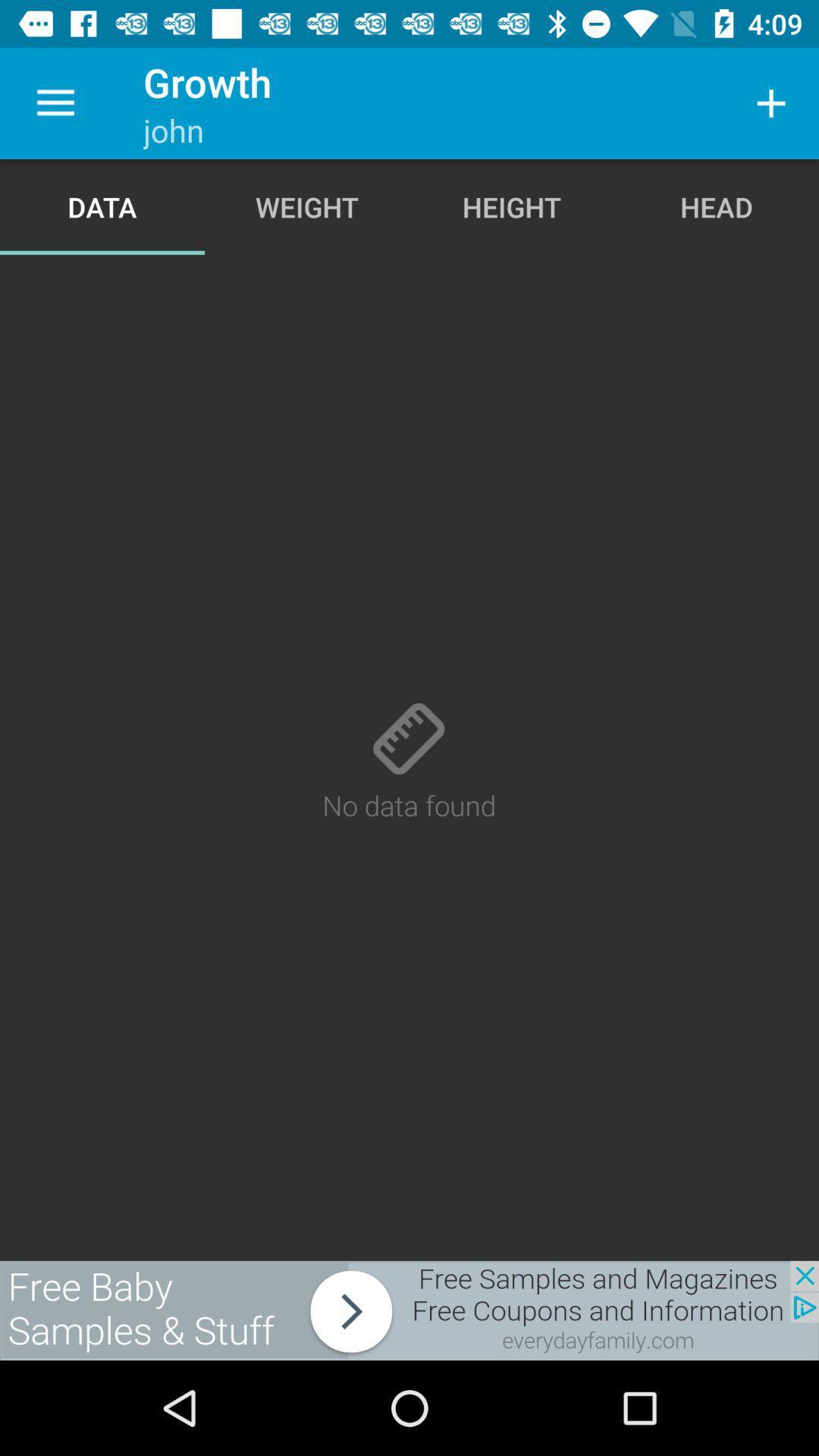  I want to click on the advertisement, so click(409, 1310).